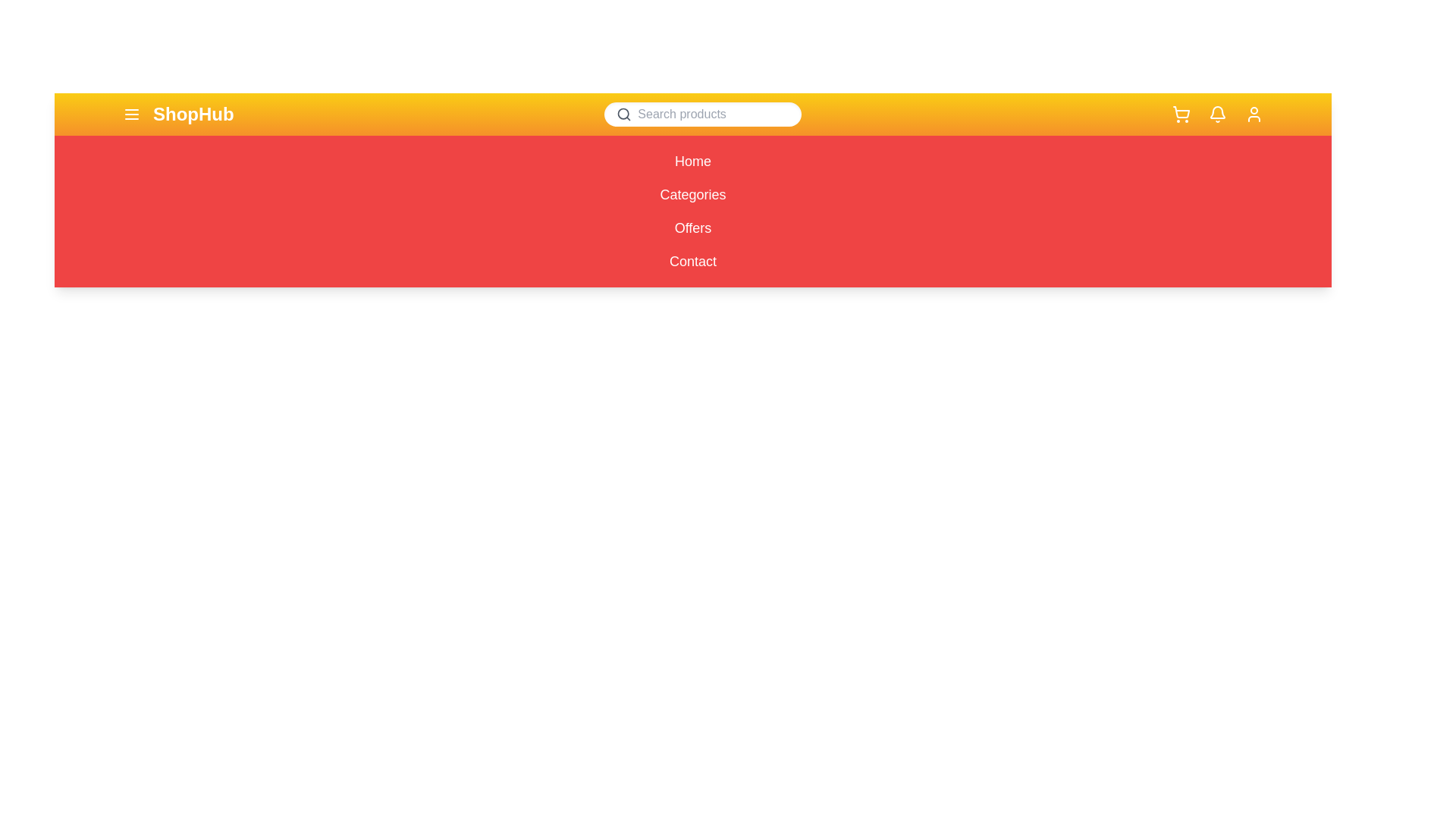  What do you see at coordinates (692, 161) in the screenshot?
I see `the 'Home' link in the navigation bar` at bounding box center [692, 161].